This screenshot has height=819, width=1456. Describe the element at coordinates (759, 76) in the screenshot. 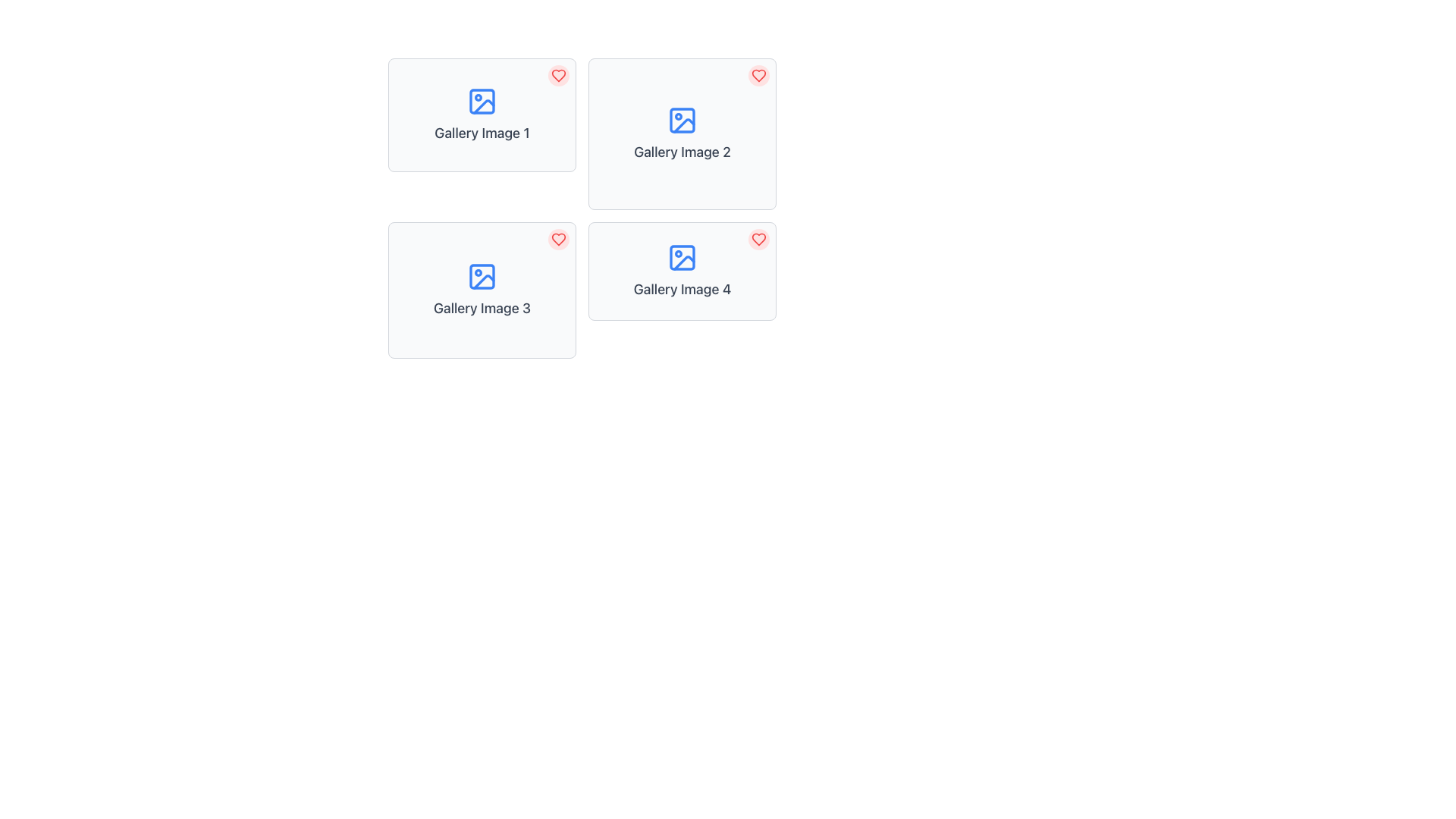

I see `the 'favorite' or 'like' button` at that location.